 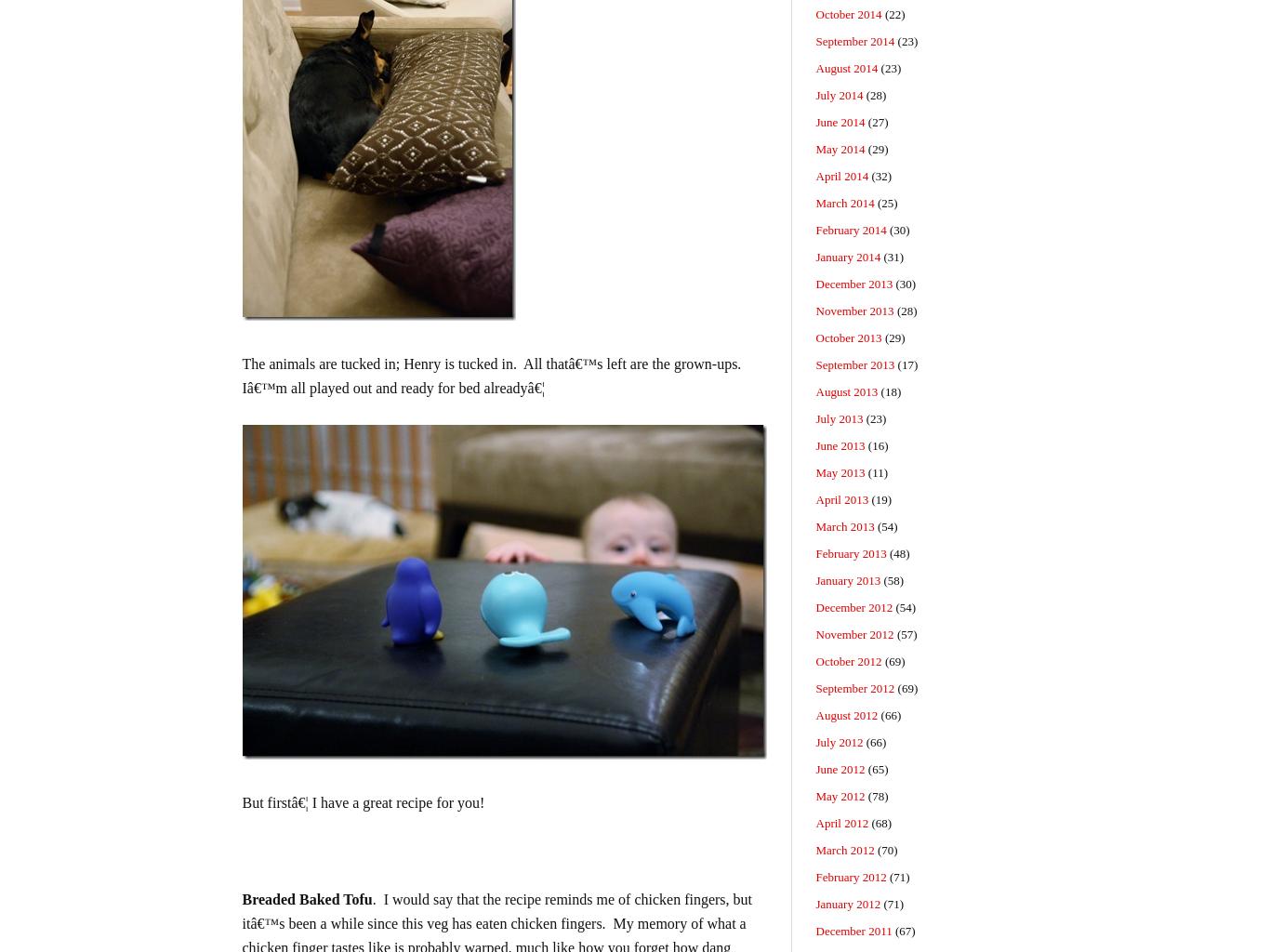 What do you see at coordinates (839, 444) in the screenshot?
I see `'June 2013'` at bounding box center [839, 444].